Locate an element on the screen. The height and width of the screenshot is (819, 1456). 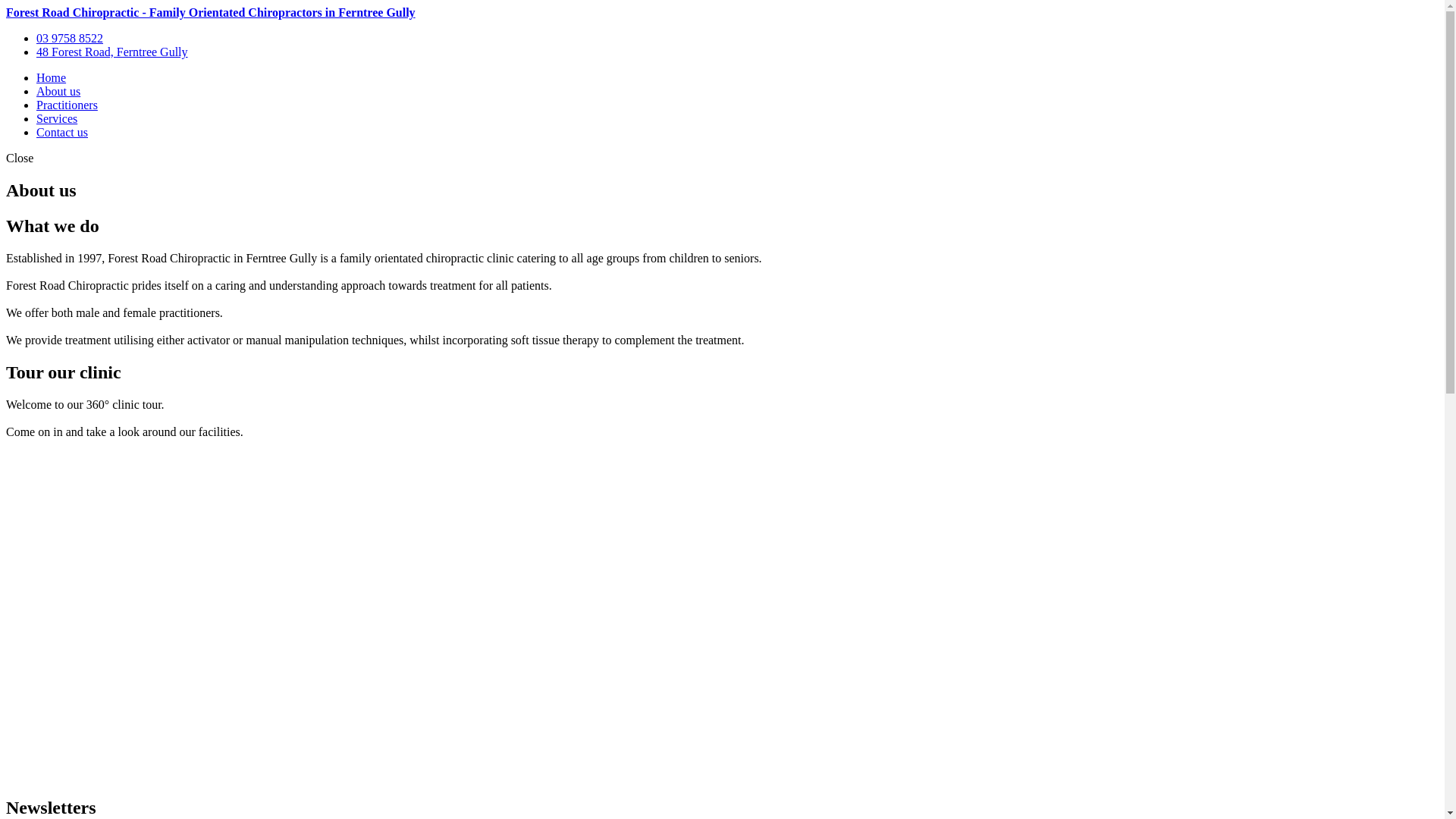
'Contact us' is located at coordinates (61, 131).